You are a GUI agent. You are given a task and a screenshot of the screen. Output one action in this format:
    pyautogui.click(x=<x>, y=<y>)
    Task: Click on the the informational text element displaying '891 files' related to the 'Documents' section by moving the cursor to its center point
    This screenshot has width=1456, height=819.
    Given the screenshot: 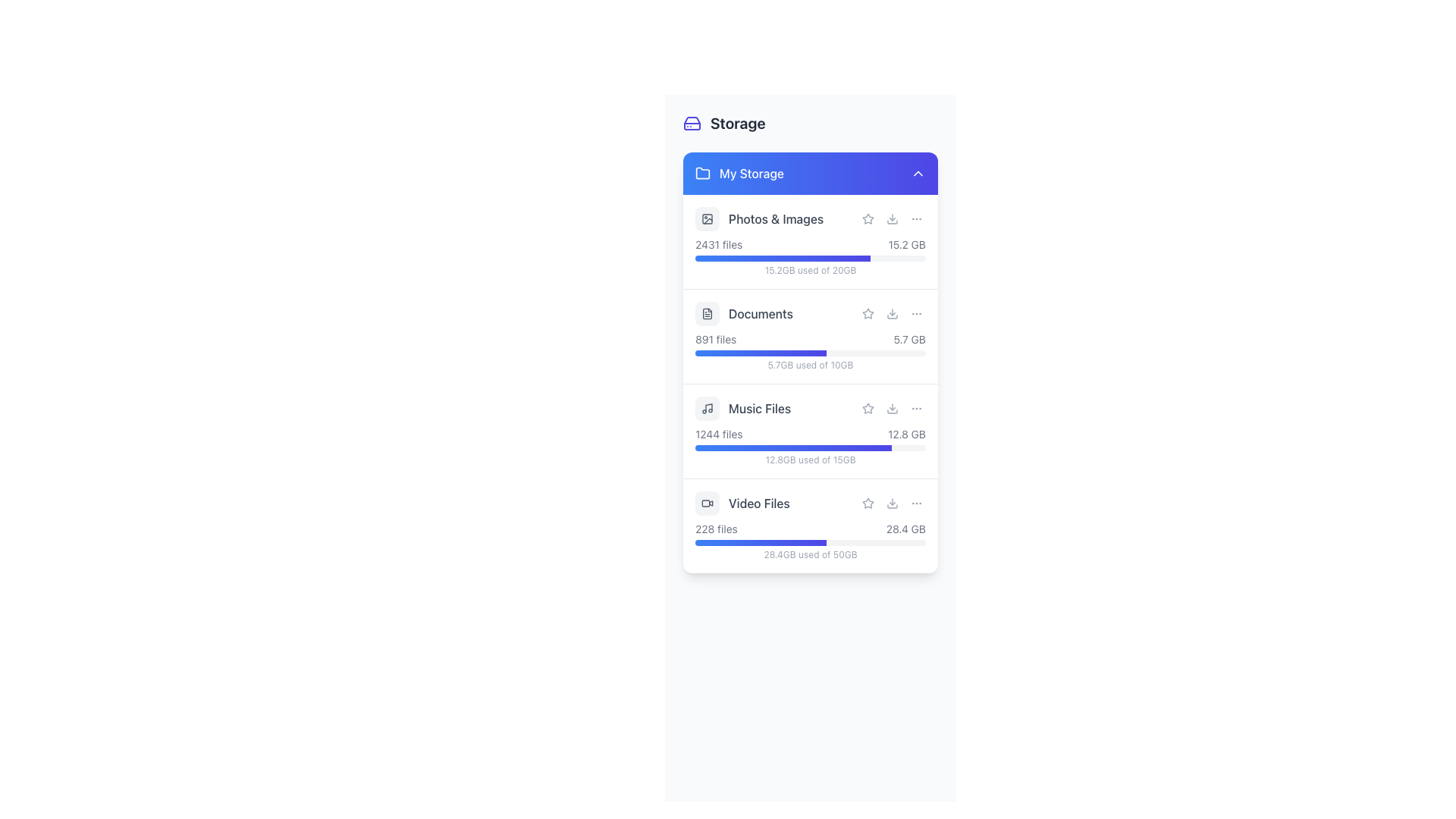 What is the action you would take?
    pyautogui.click(x=715, y=338)
    